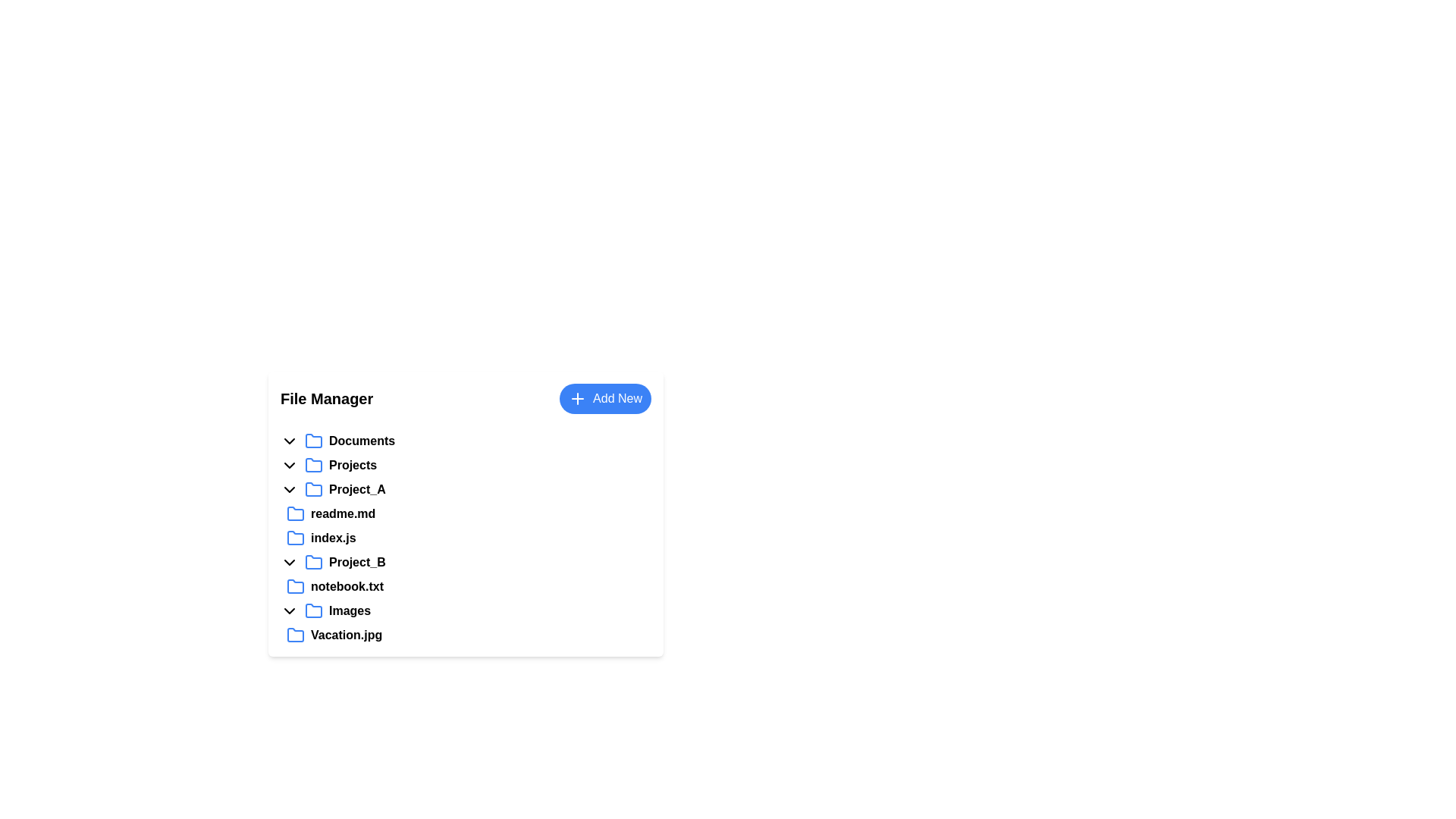 This screenshot has width=1456, height=819. What do you see at coordinates (290, 562) in the screenshot?
I see `the dropdown indicator icon located to the left of the text 'Project_B'` at bounding box center [290, 562].